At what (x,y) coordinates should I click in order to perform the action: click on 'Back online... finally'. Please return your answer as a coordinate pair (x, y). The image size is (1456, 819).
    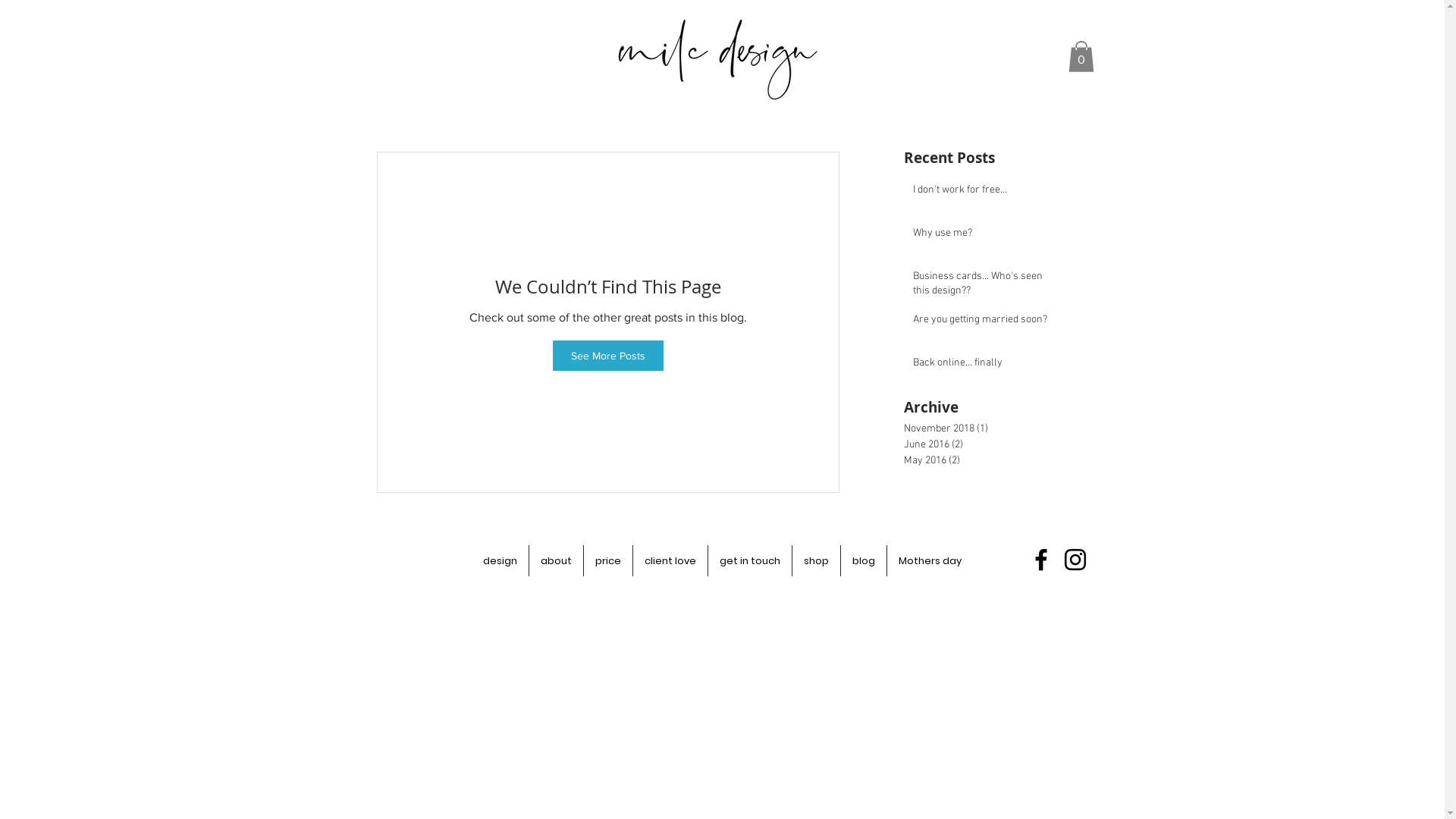
    Looking at the image, I should click on (912, 366).